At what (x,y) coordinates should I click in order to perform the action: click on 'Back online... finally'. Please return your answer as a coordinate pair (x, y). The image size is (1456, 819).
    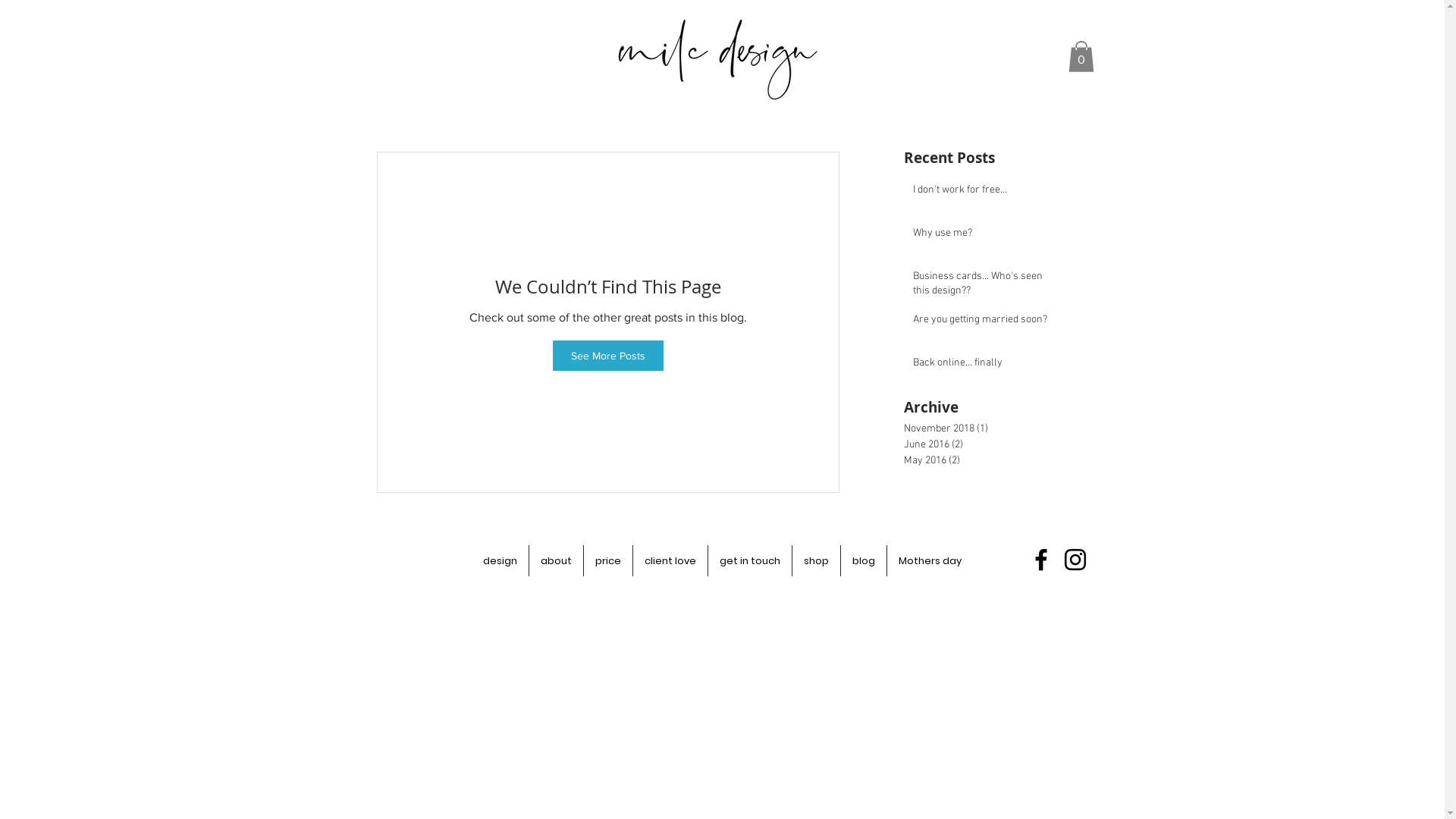
    Looking at the image, I should click on (912, 366).